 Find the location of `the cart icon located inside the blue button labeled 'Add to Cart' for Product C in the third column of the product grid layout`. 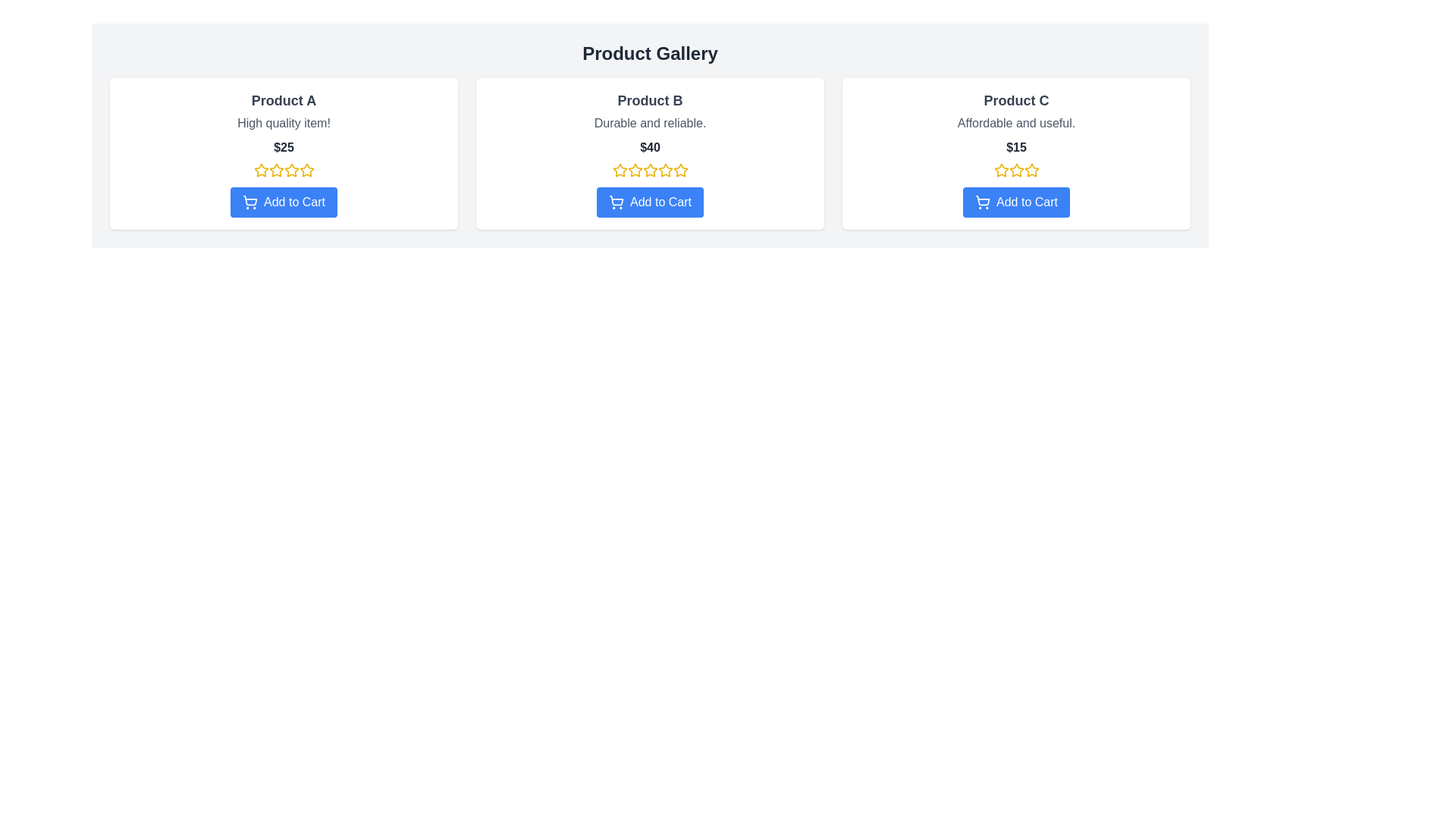

the cart icon located inside the blue button labeled 'Add to Cart' for Product C in the third column of the product grid layout is located at coordinates (983, 199).